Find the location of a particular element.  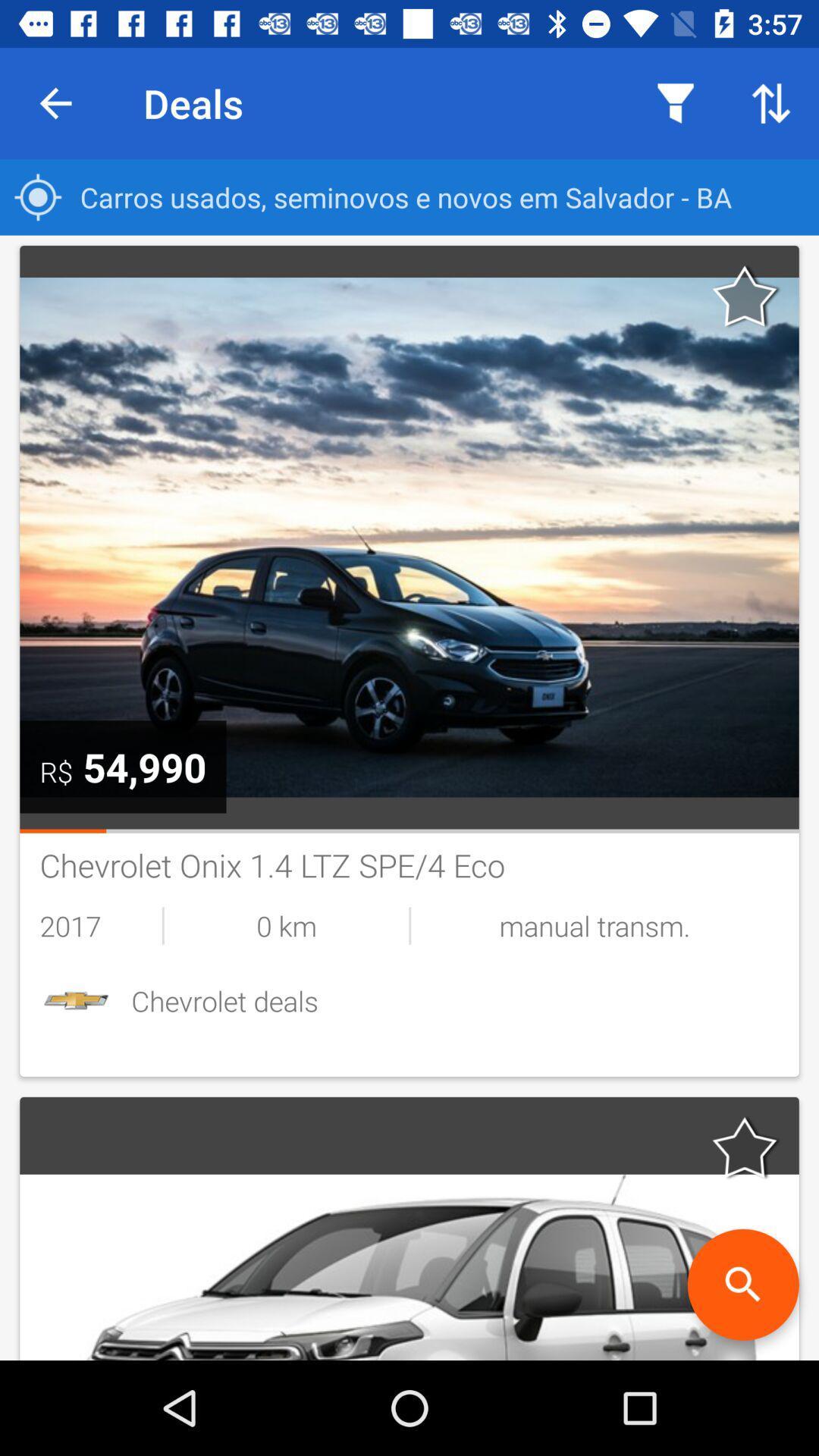

open search is located at coordinates (742, 1284).